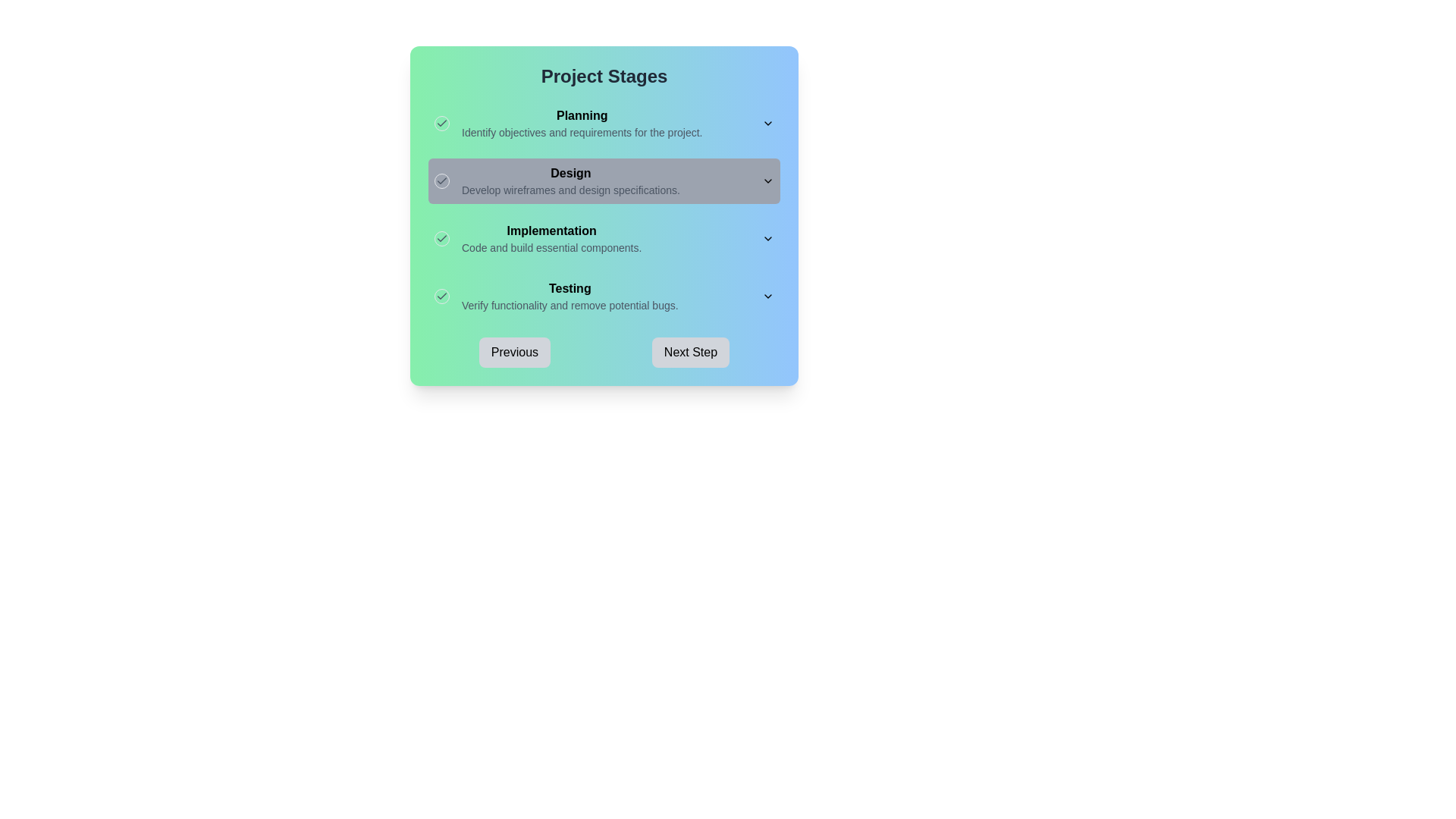 The height and width of the screenshot is (819, 1456). I want to click on the chevron icon that toggles the expanded or collapsed state of the 'Implementation' section, located at the right end of the section's header, so click(767, 239).